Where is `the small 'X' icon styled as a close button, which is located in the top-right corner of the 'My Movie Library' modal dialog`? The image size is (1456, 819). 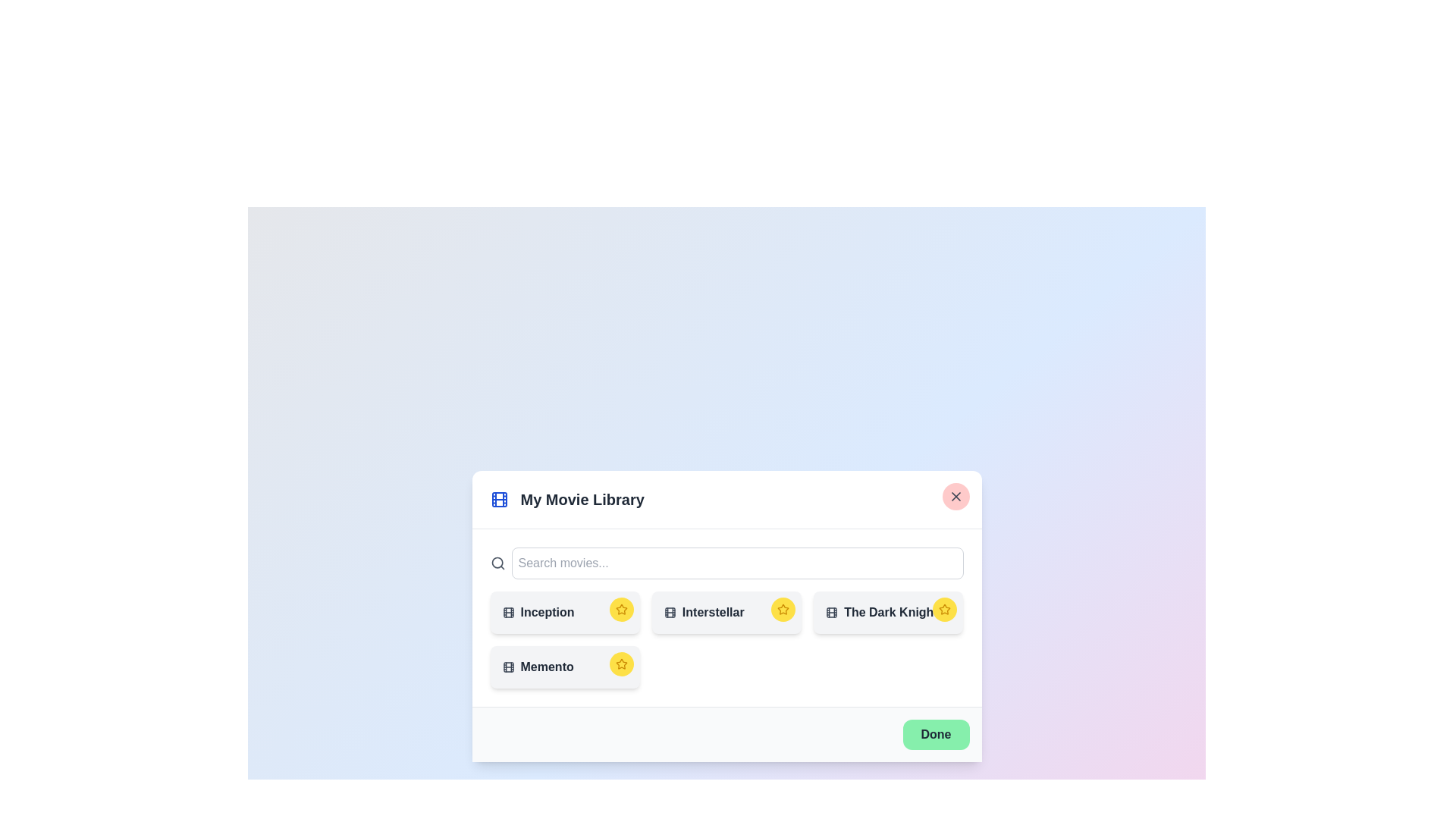
the small 'X' icon styled as a close button, which is located in the top-right corner of the 'My Movie Library' modal dialog is located at coordinates (955, 497).